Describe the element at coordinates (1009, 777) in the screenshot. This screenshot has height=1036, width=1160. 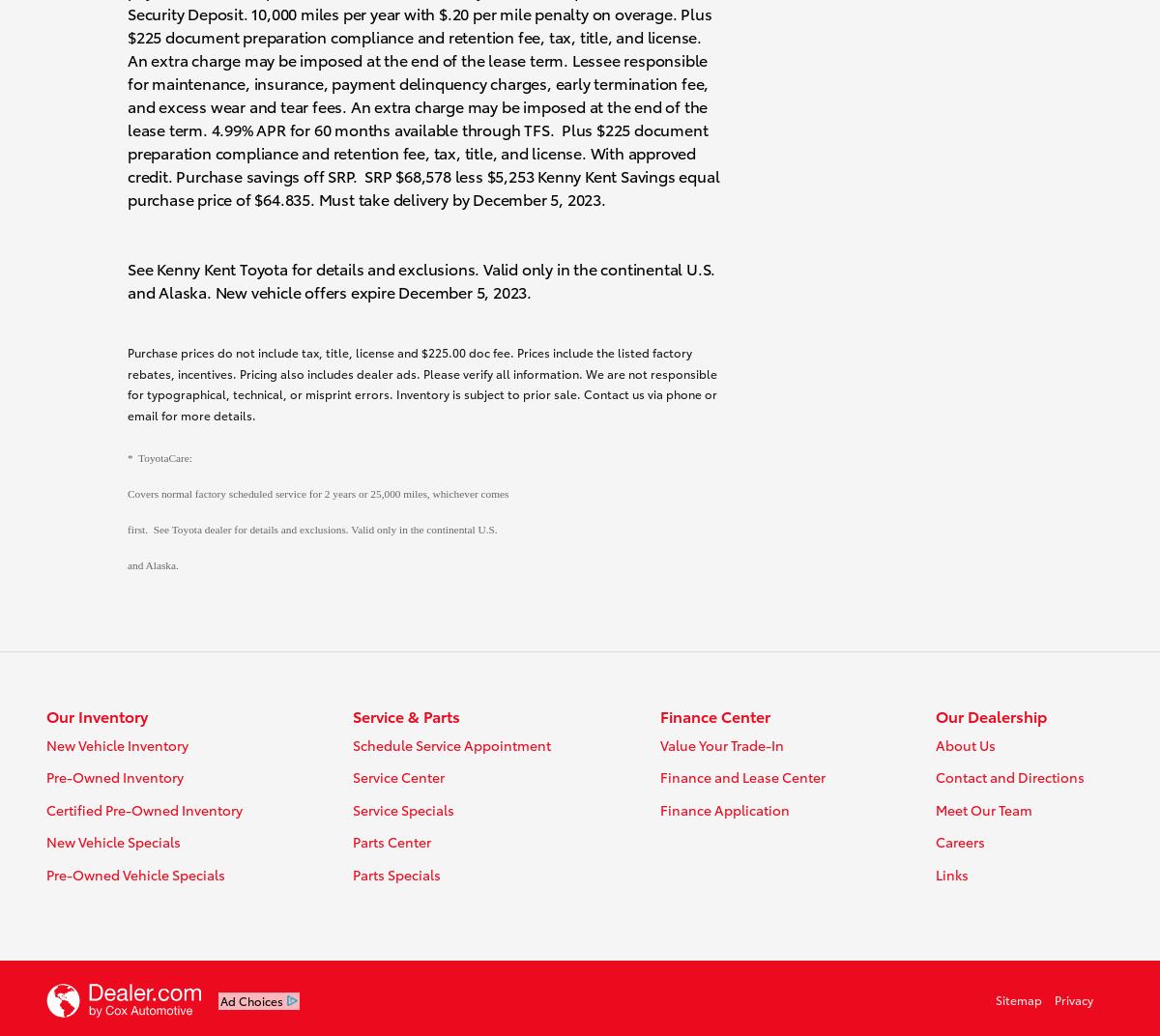
I see `'Contact and Directions'` at that location.